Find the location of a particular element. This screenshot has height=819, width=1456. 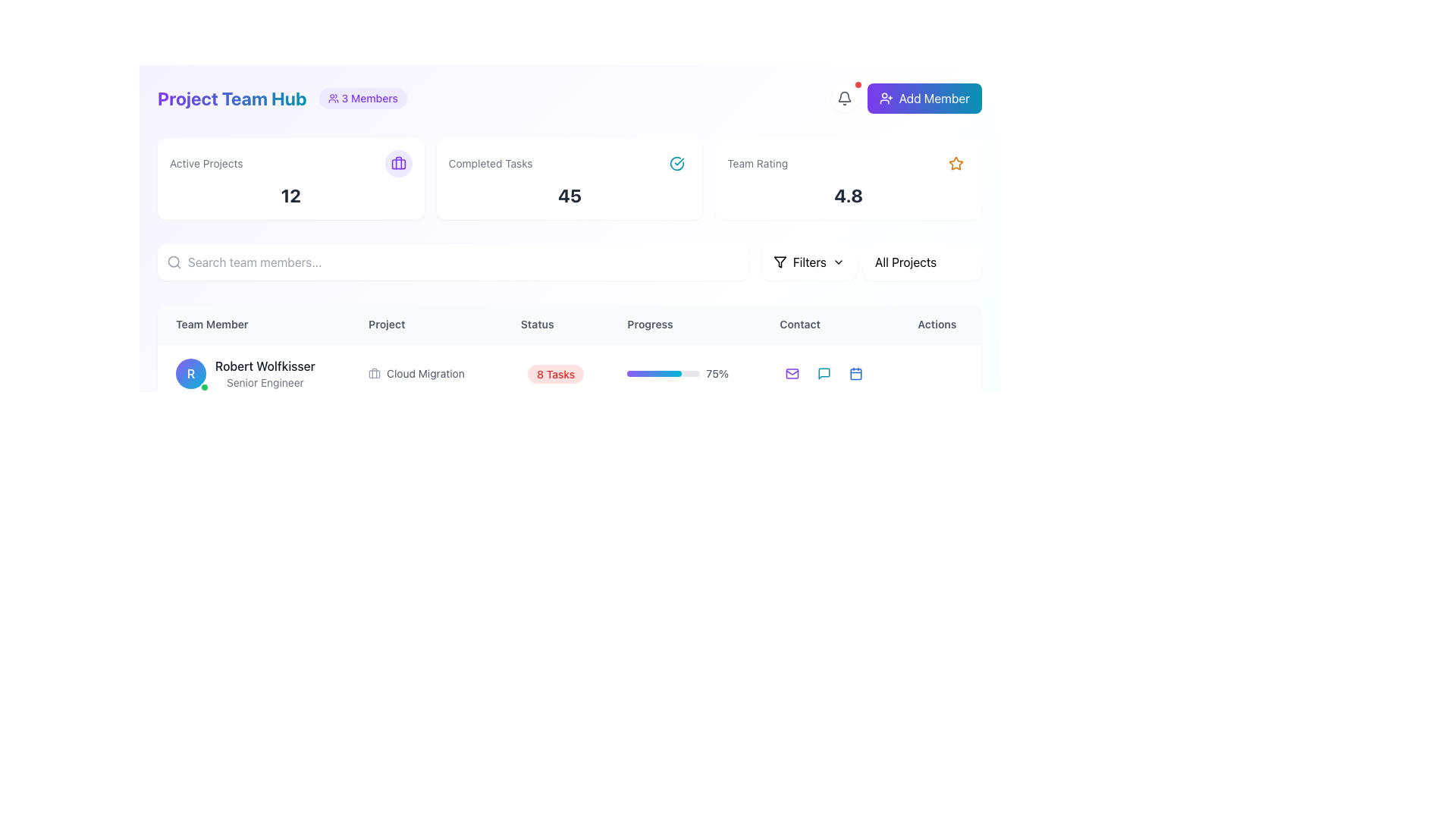

the circular icon button with a light violet background and a violet briefcase icon, located at the top-right corner of the 'Active Projects' section is located at coordinates (398, 164).